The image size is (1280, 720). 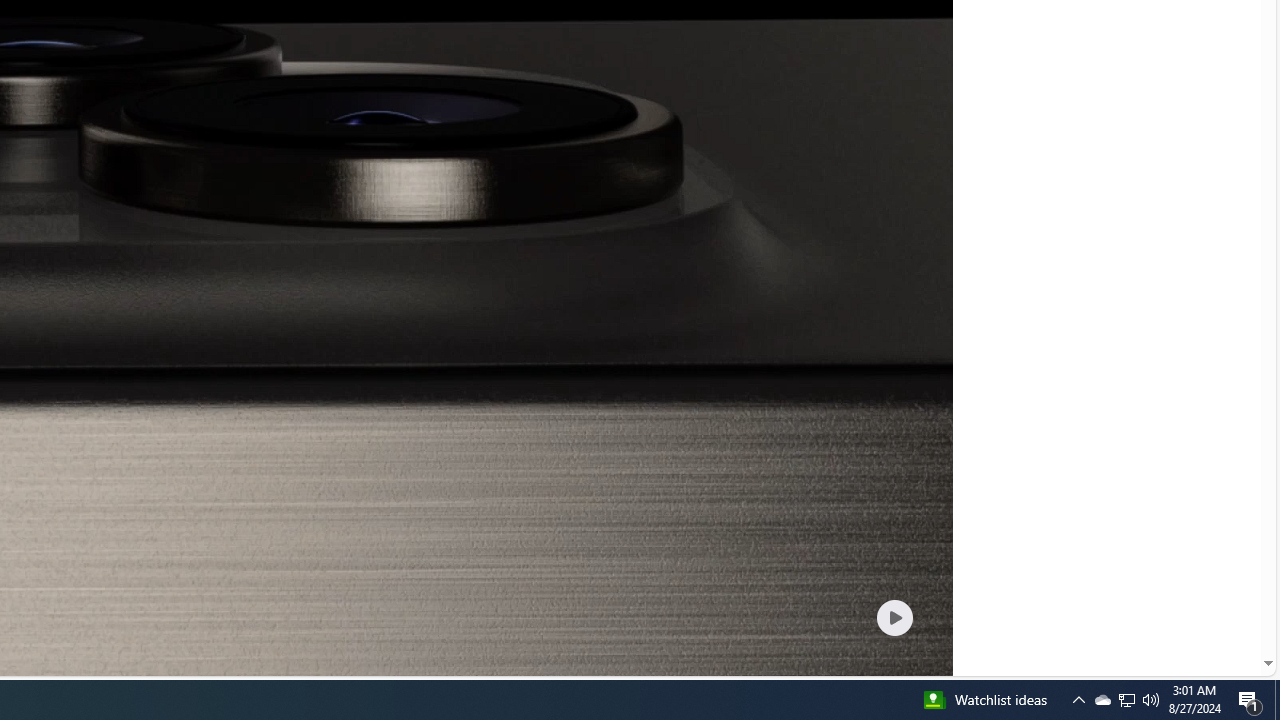 What do you see at coordinates (893, 616) in the screenshot?
I see `'Play welcome animation video'` at bounding box center [893, 616].